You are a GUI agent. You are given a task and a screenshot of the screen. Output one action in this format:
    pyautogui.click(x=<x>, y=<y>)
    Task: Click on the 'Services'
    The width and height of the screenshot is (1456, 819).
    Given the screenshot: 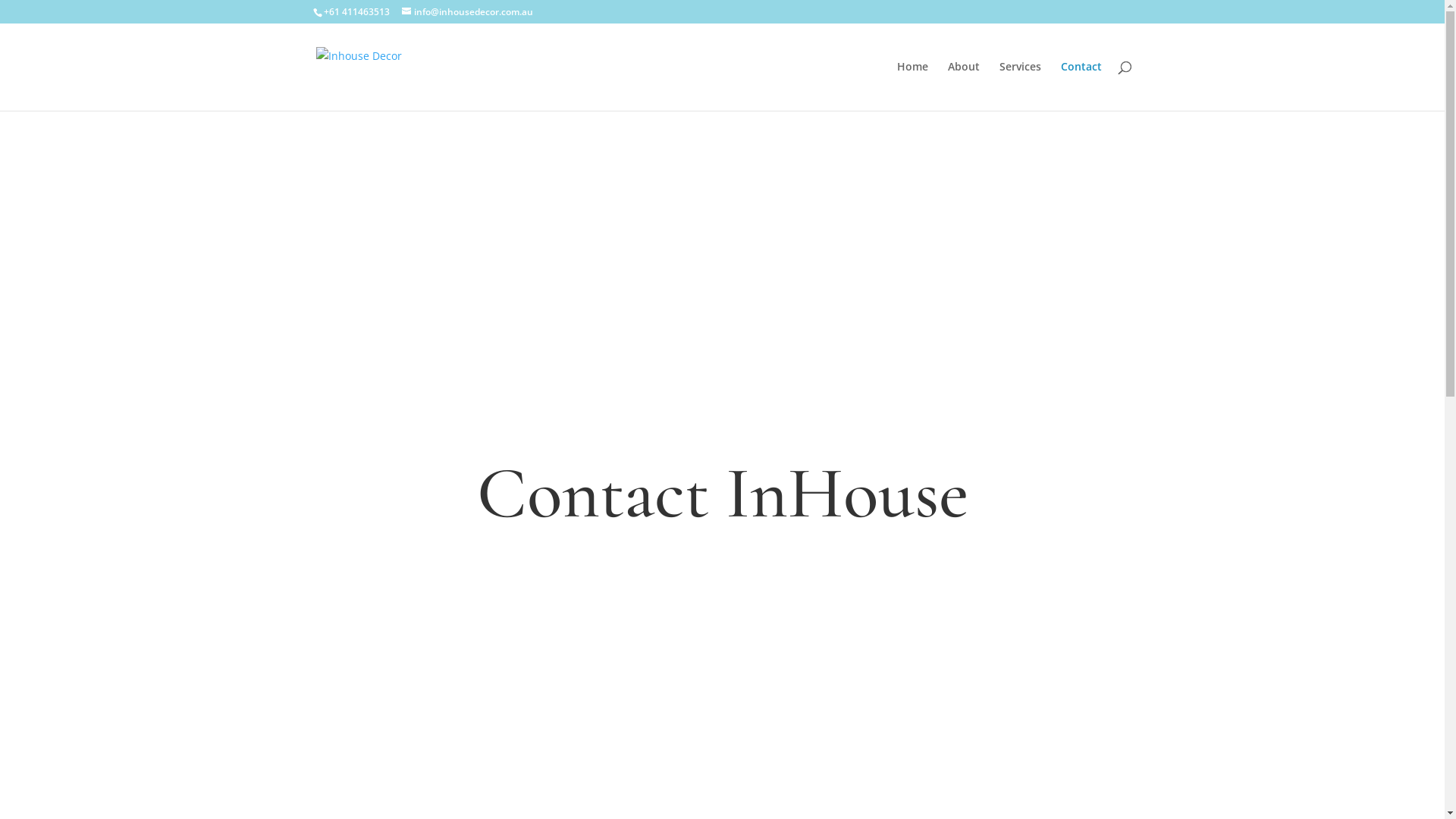 What is the action you would take?
    pyautogui.click(x=999, y=86)
    